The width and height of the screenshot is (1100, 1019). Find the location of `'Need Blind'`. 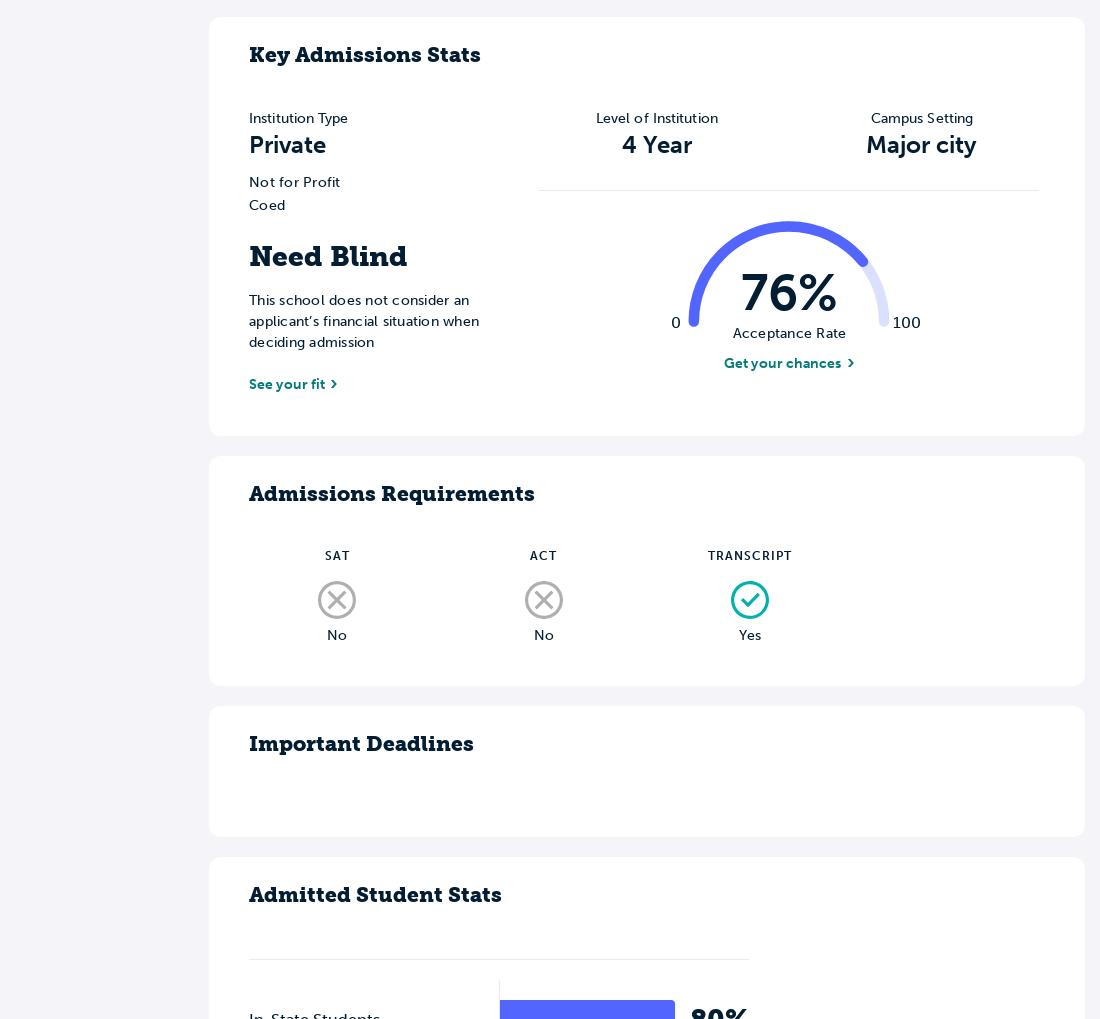

'Need Blind' is located at coordinates (249, 256).